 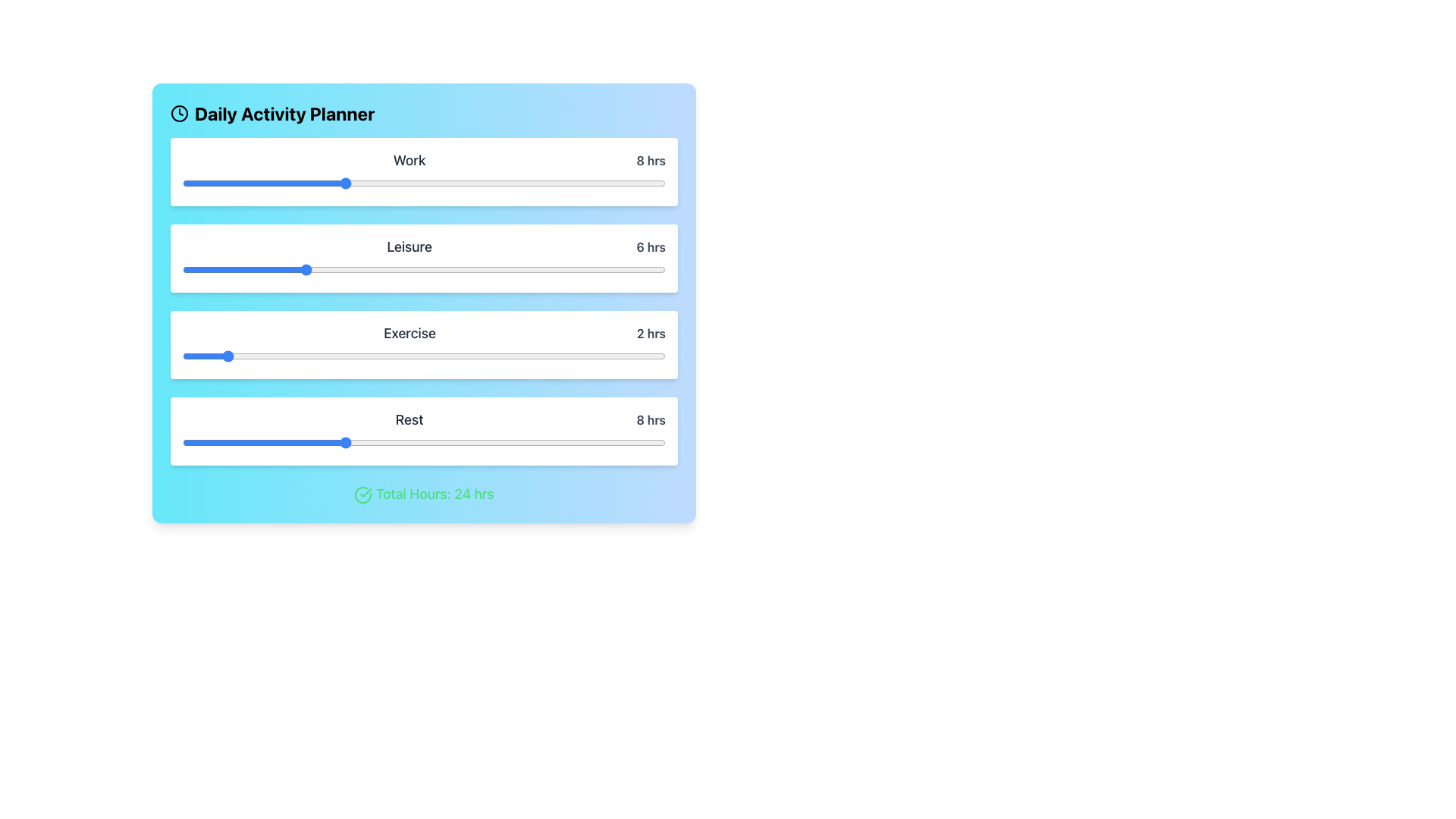 What do you see at coordinates (484, 183) in the screenshot?
I see `'Work' hours` at bounding box center [484, 183].